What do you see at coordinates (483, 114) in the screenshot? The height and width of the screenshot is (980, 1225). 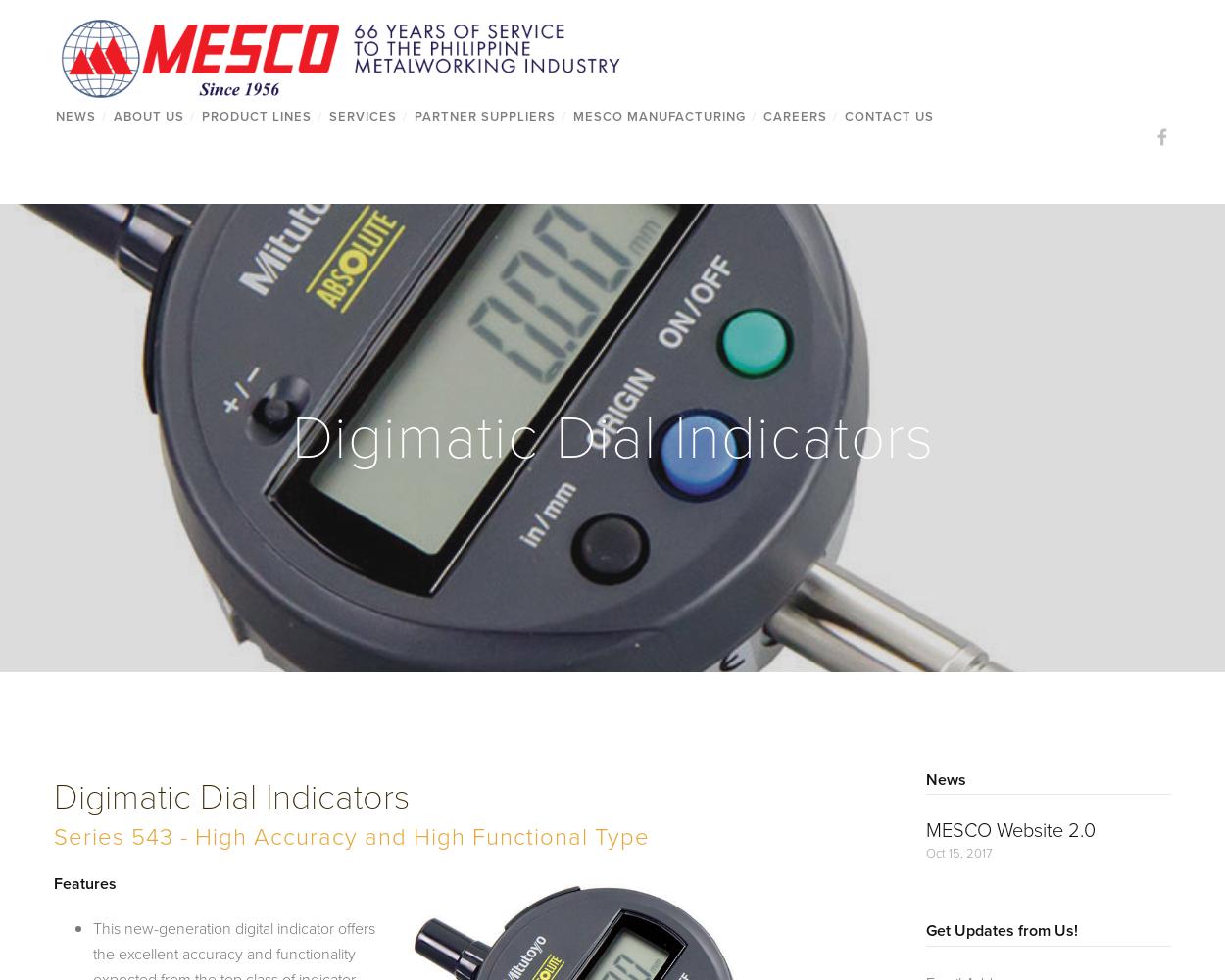 I see `'Partner Suppliers'` at bounding box center [483, 114].